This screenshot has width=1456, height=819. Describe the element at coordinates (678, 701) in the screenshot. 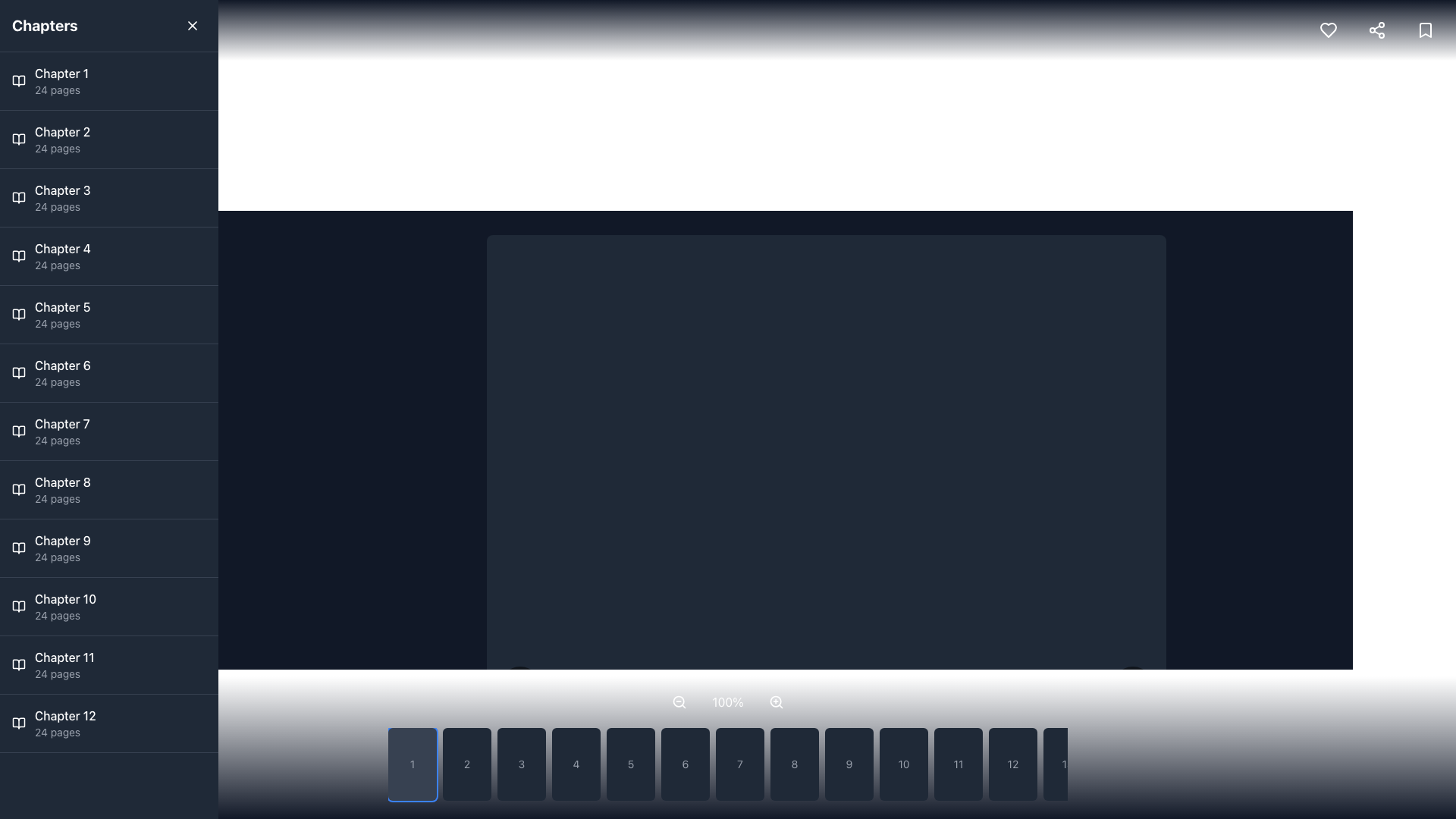

I see `the central circular shape of the decorative 'zoom-out' SVG icon located in the lower part of the interface` at that location.